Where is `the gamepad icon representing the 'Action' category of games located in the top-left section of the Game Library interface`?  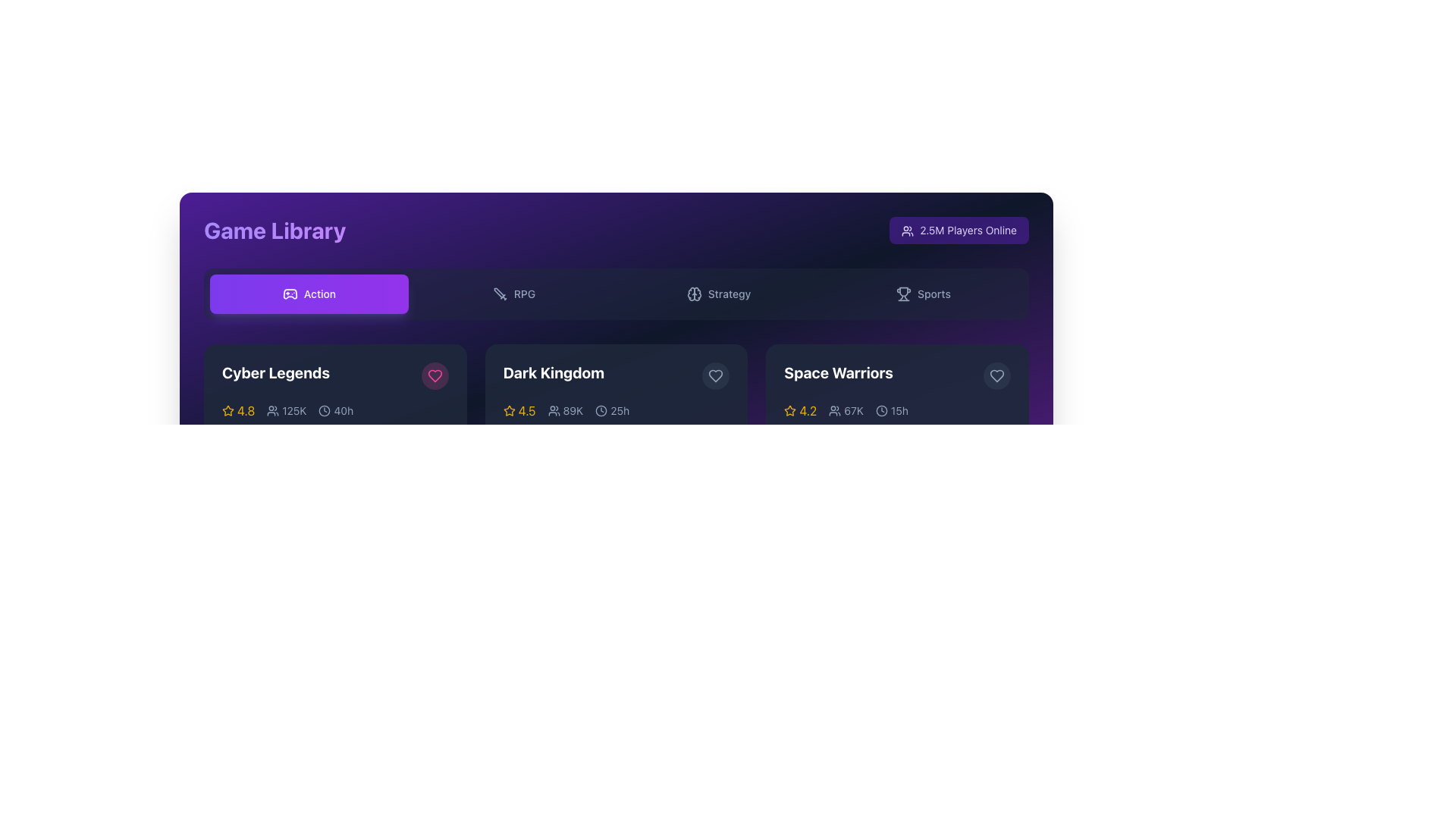 the gamepad icon representing the 'Action' category of games located in the top-left section of the Game Library interface is located at coordinates (290, 294).